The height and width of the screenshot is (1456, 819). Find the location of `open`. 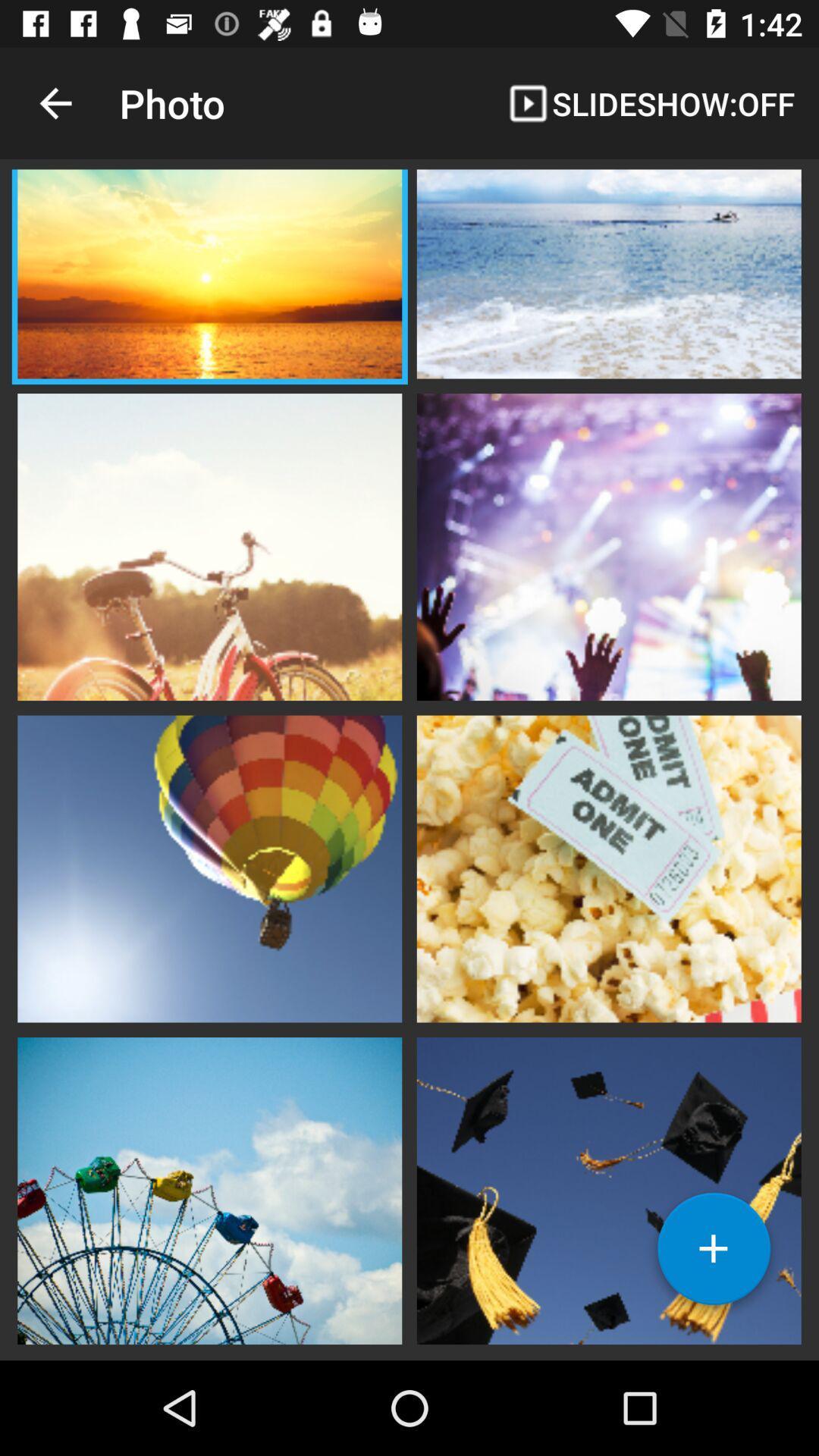

open is located at coordinates (608, 1188).